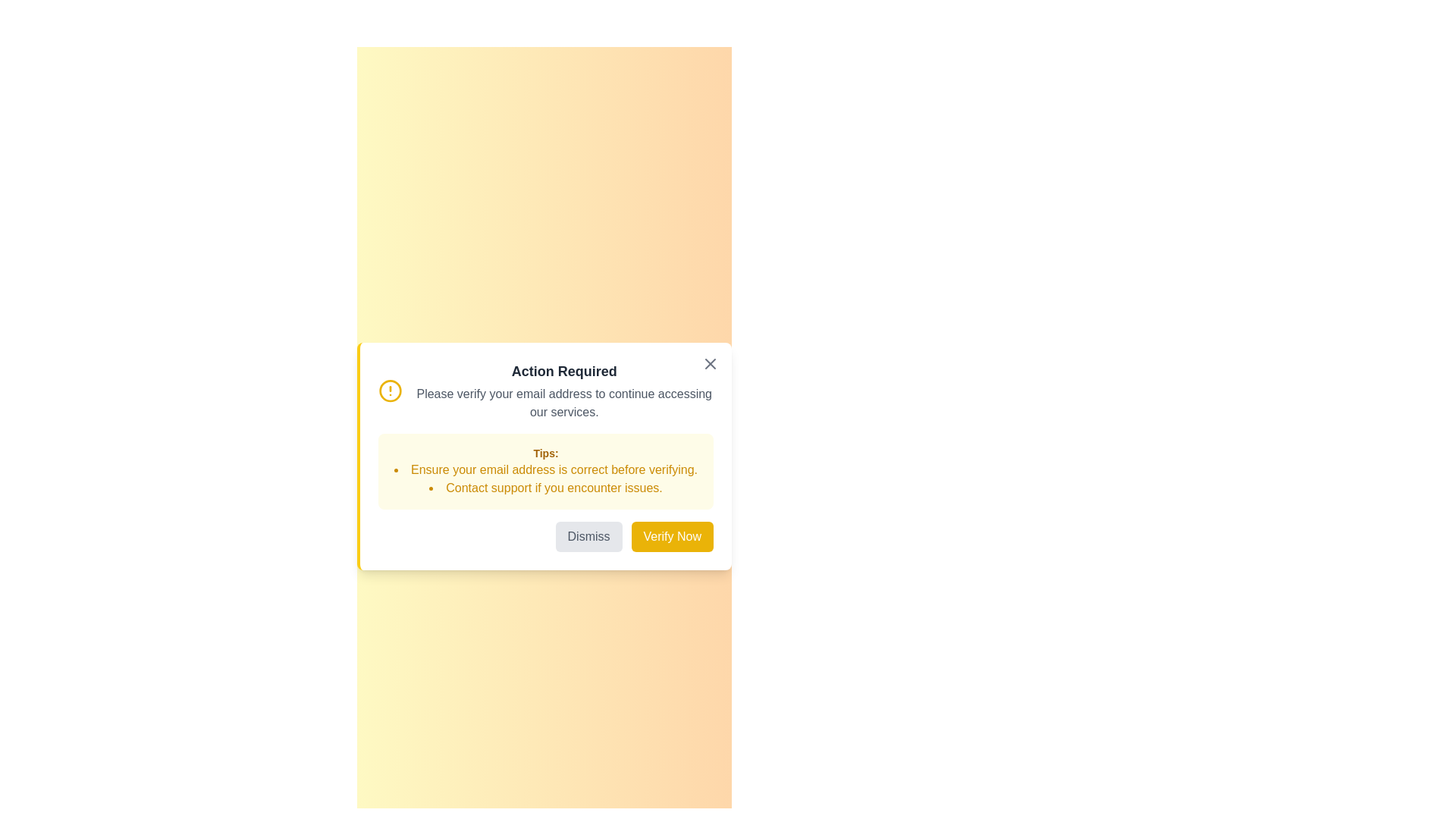  What do you see at coordinates (671, 536) in the screenshot?
I see `'Verify Now' button to proceed with email verification` at bounding box center [671, 536].